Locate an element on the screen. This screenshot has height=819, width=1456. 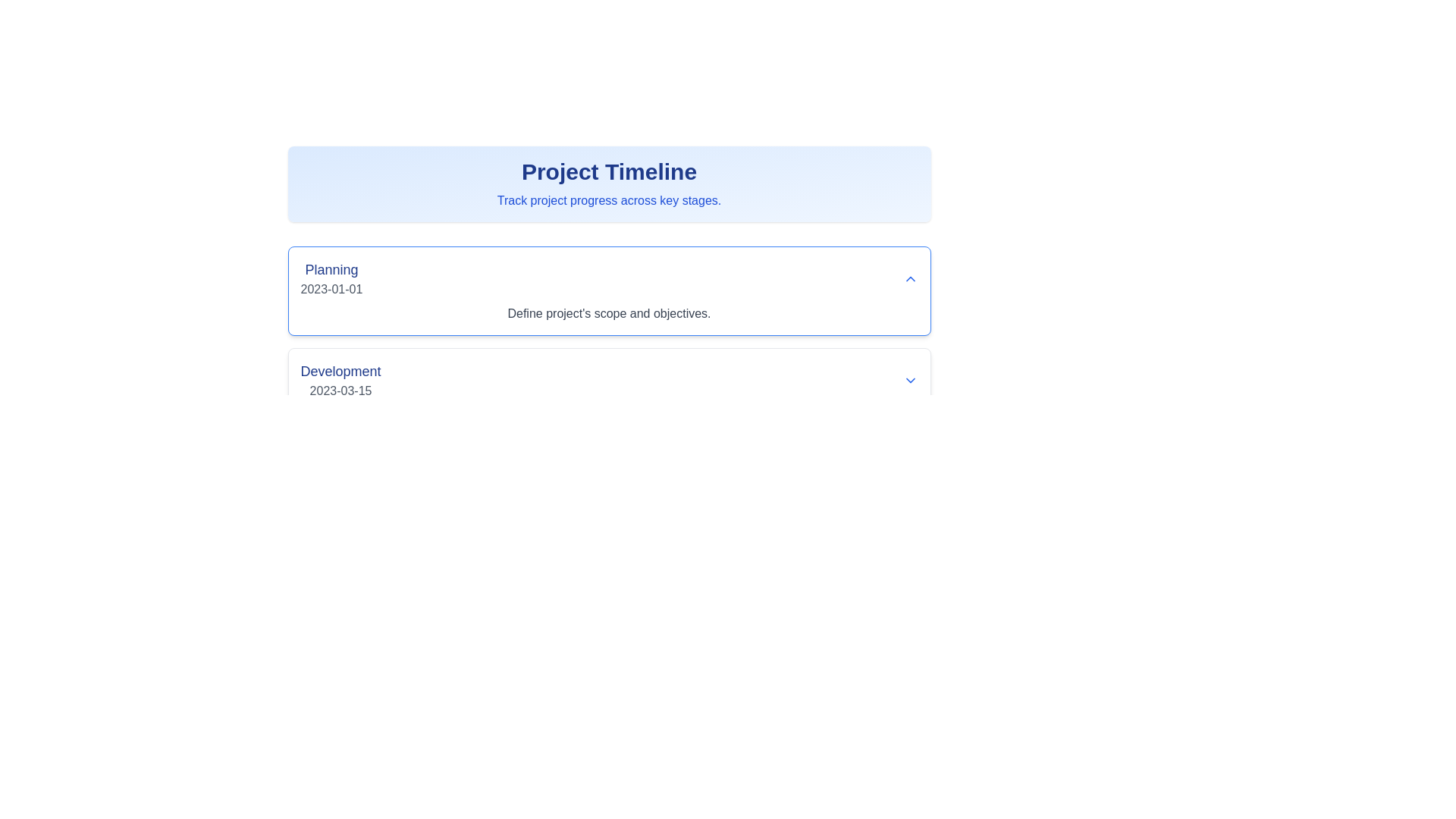
text from the Text Label displaying '2023-03-15', which is styled in gray and located directly below the 'Development' text is located at coordinates (340, 391).